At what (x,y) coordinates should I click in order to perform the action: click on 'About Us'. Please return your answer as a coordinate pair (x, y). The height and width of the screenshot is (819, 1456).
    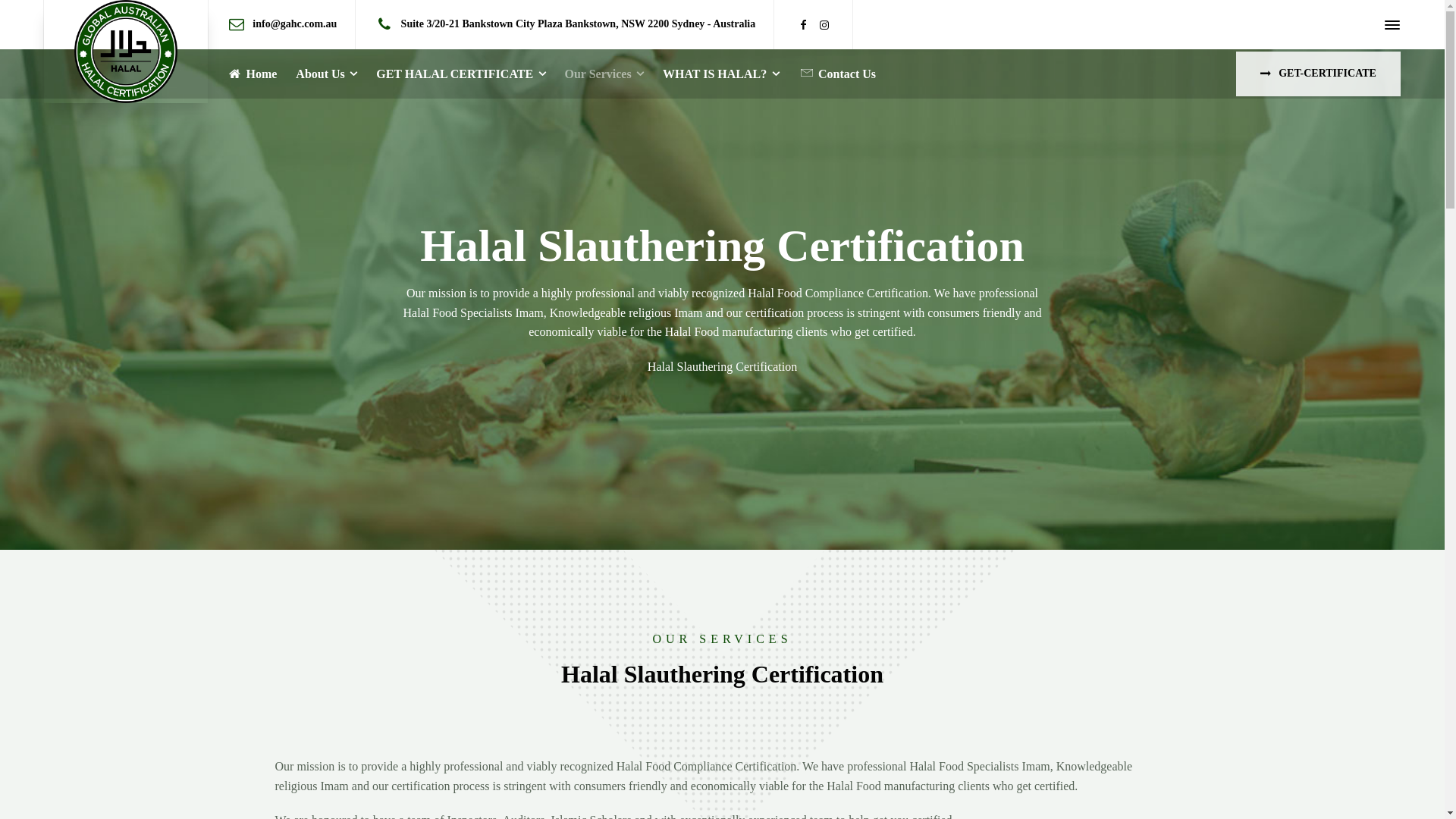
    Looking at the image, I should click on (287, 74).